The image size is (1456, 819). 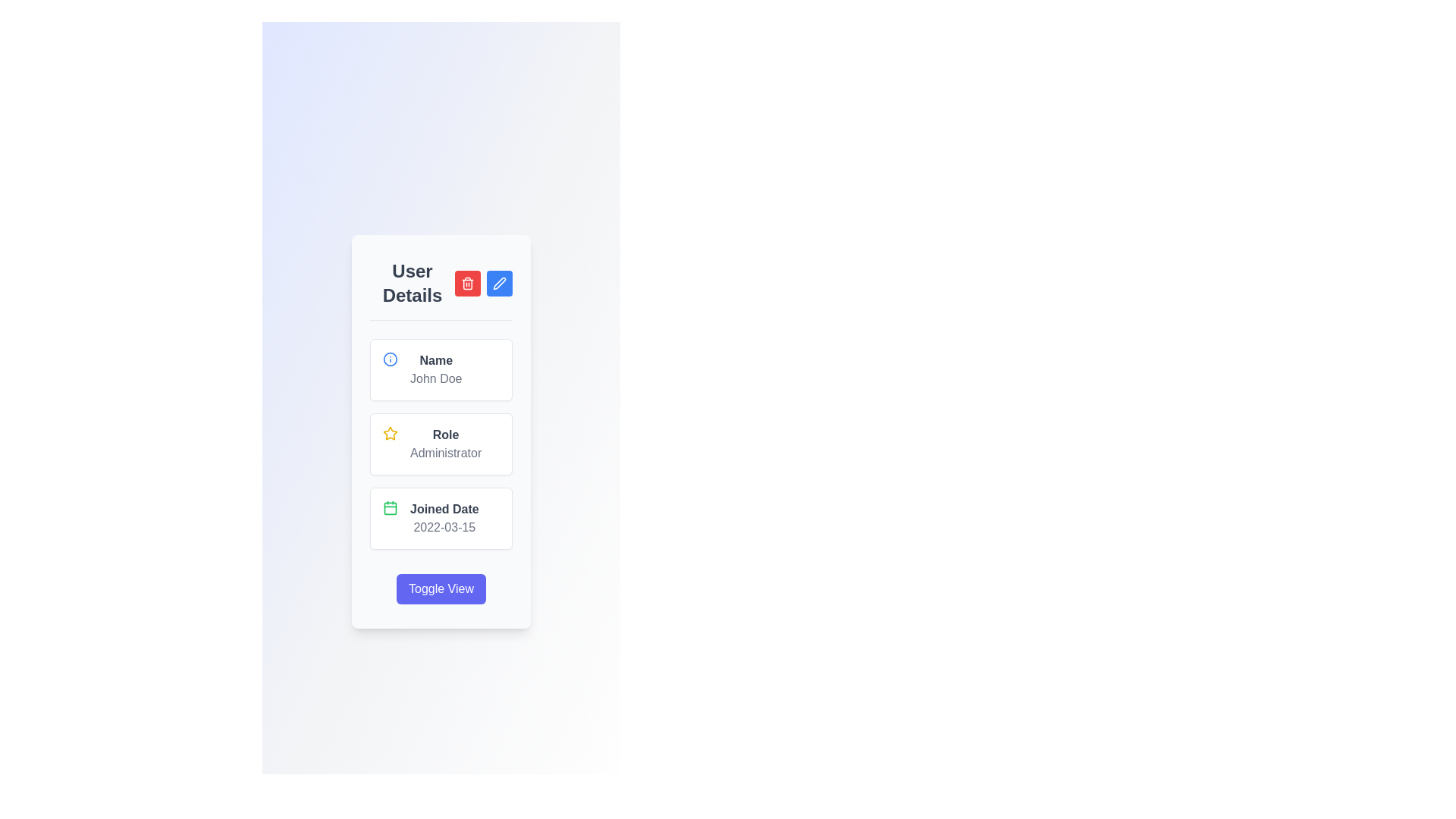 I want to click on the delete action icon button located in the upper-right area of the 'User Details' card layout, so click(x=467, y=283).